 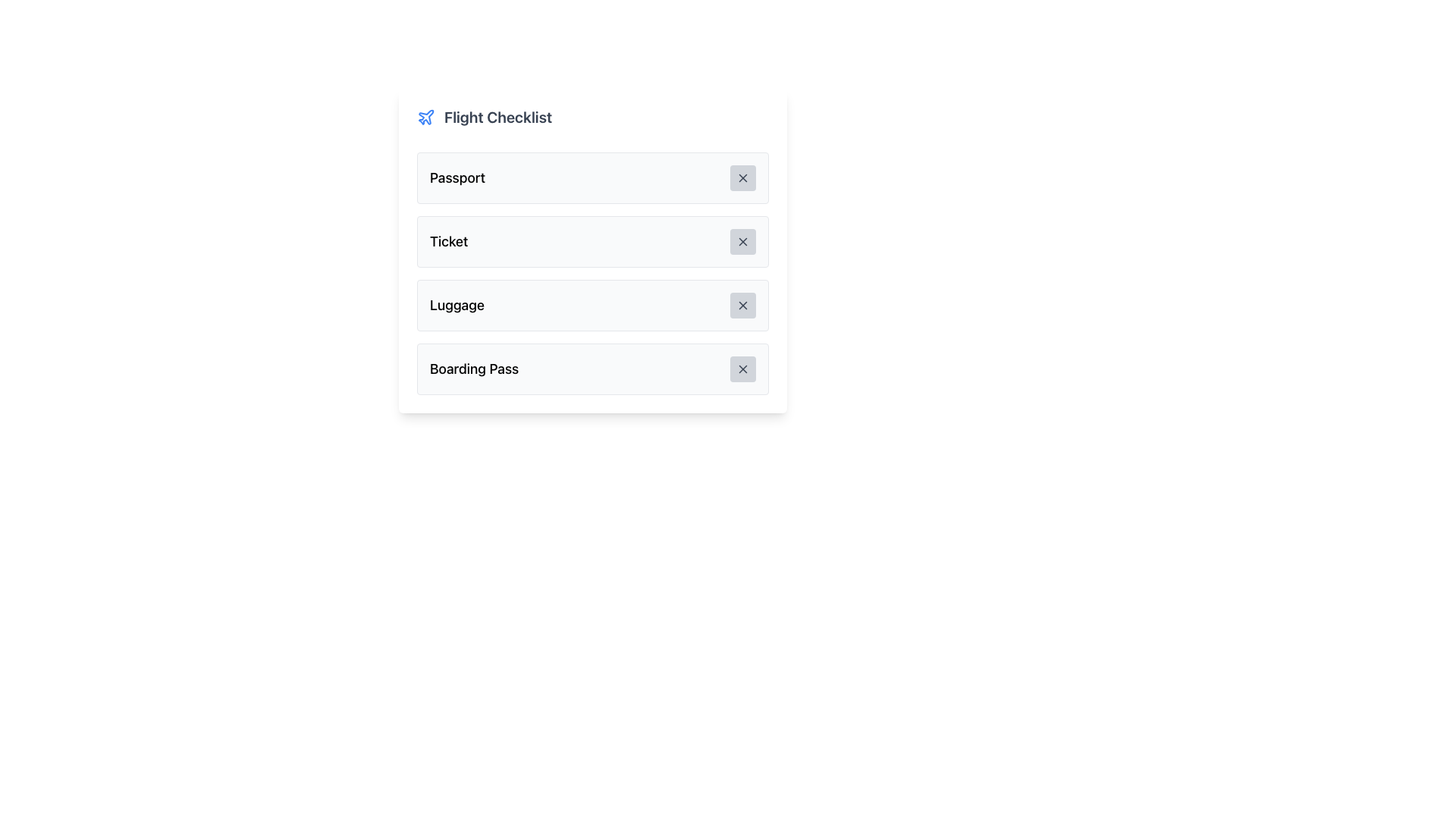 What do you see at coordinates (742, 305) in the screenshot?
I see `the 'X' shaped icon button located on the right side of the third list item labeled 'Luggage'` at bounding box center [742, 305].